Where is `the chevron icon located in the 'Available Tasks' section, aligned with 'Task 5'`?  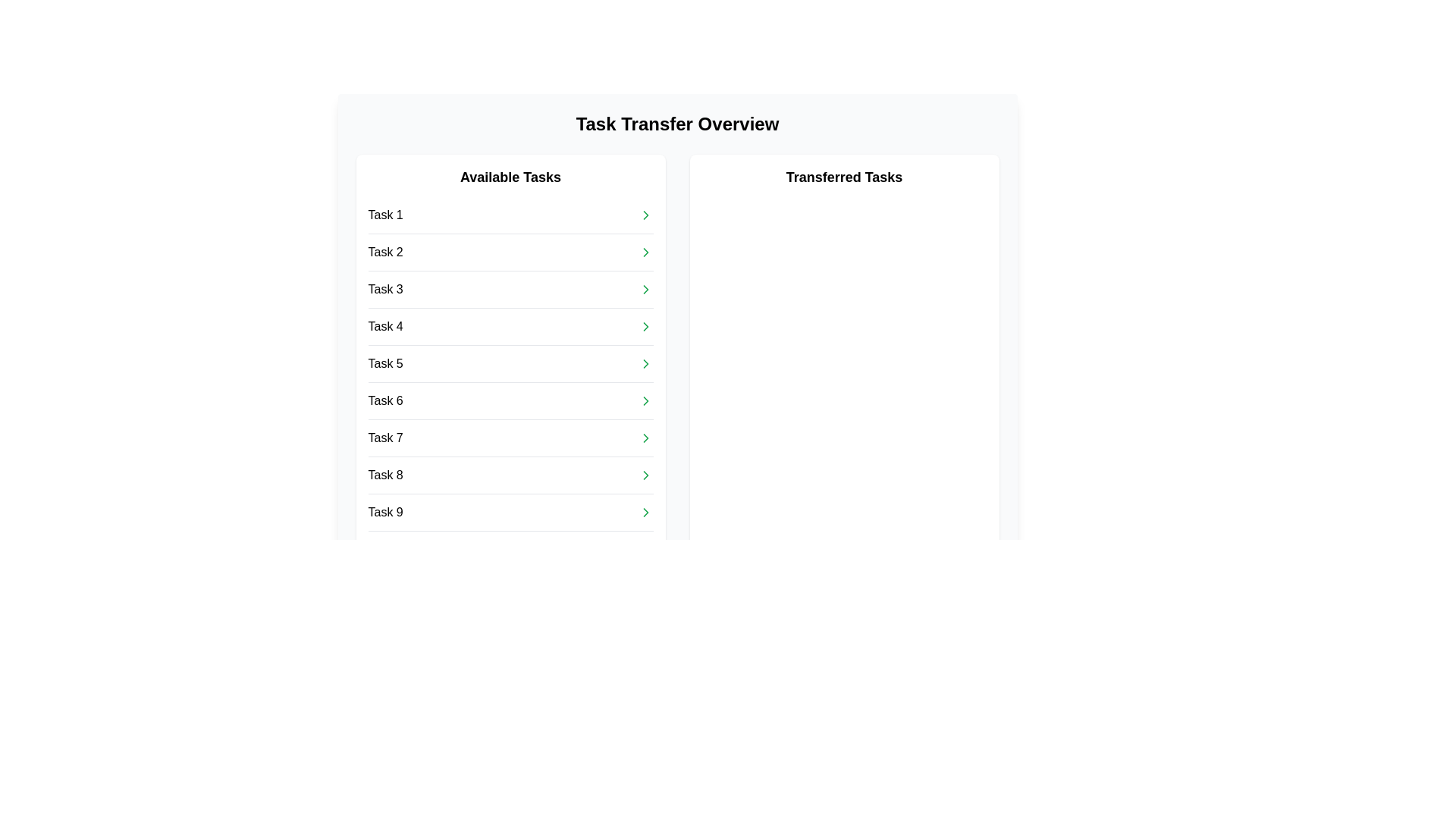
the chevron icon located in the 'Available Tasks' section, aligned with 'Task 5' is located at coordinates (645, 363).